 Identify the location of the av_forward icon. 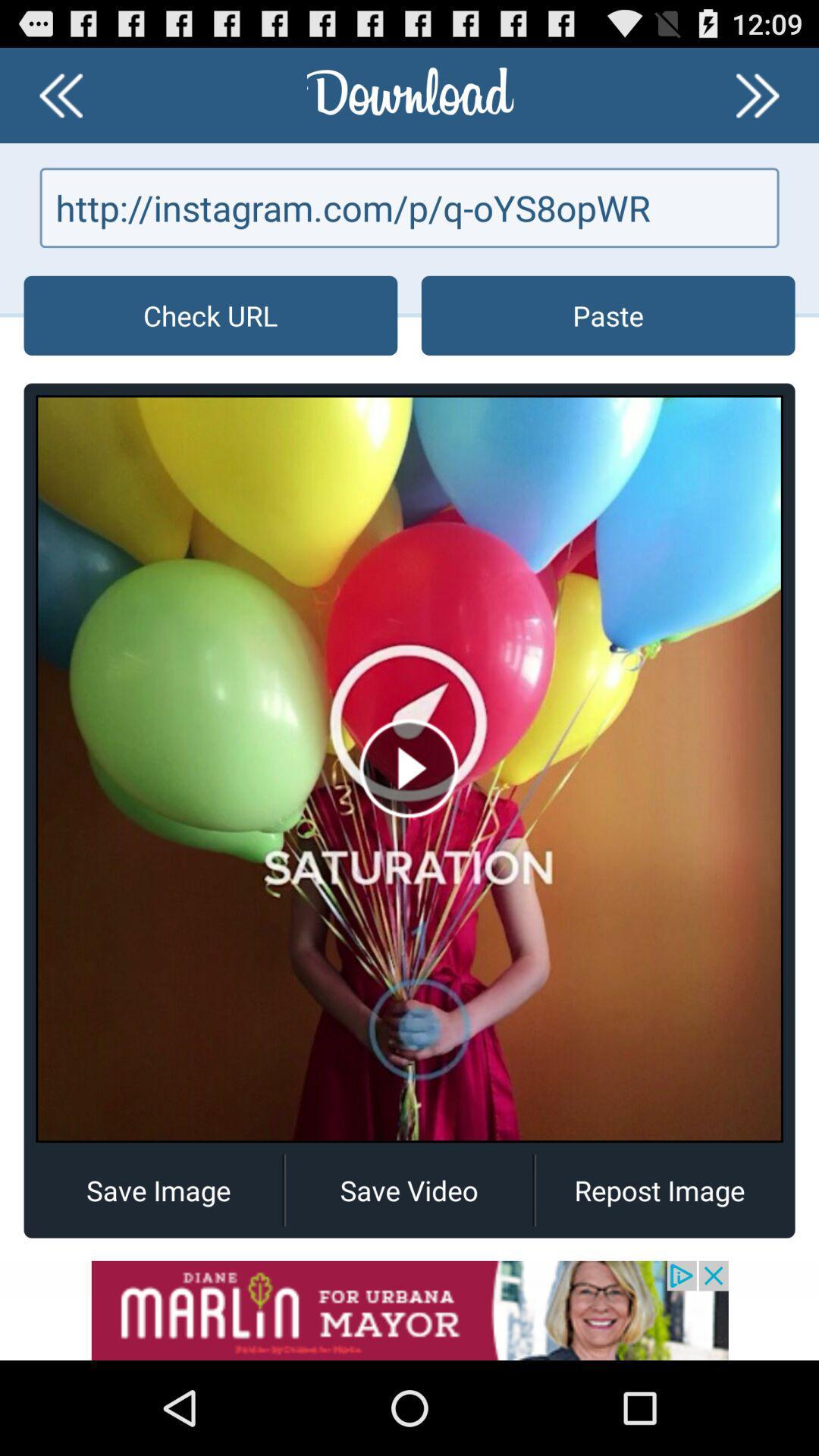
(758, 101).